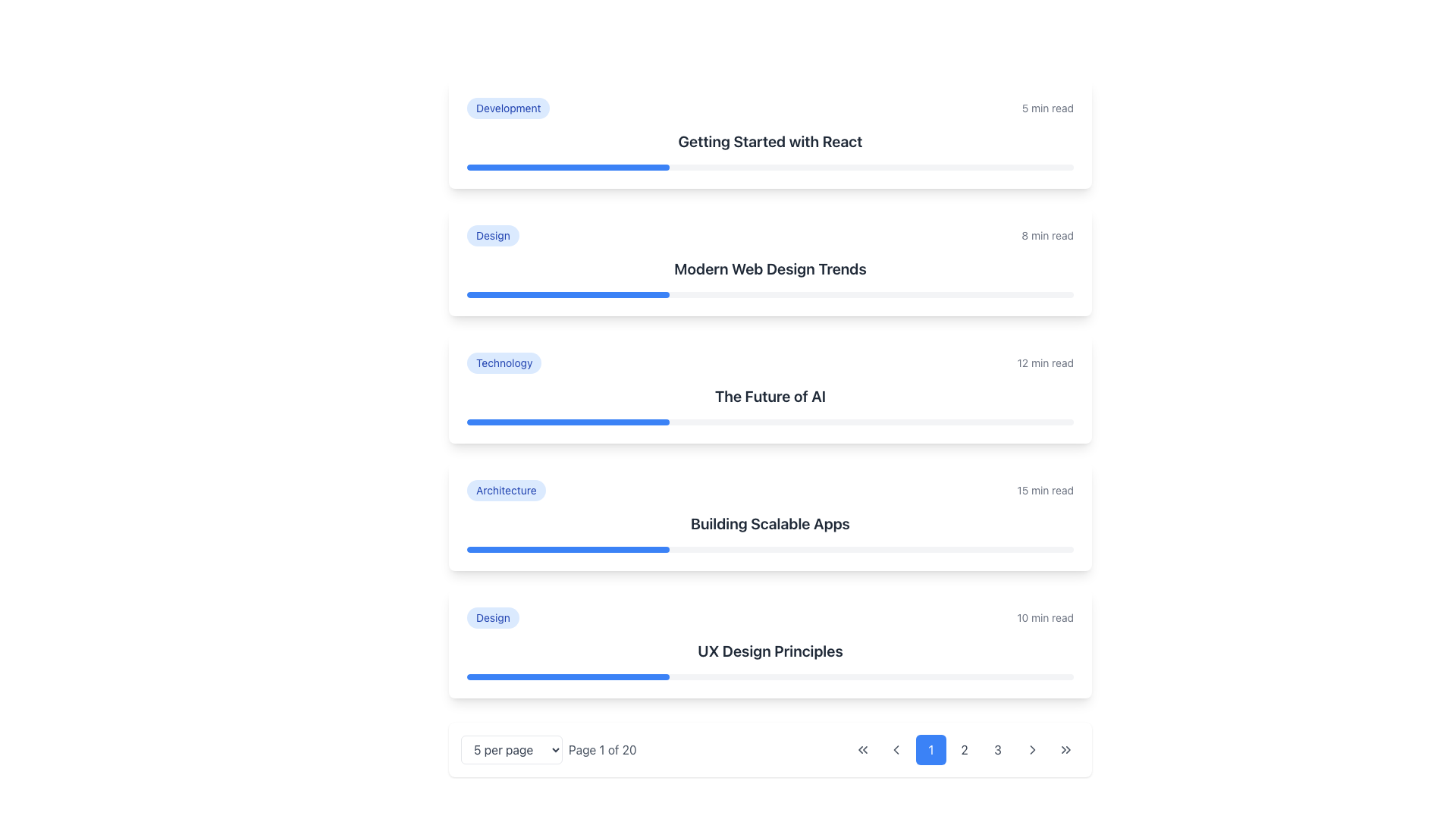 The image size is (1456, 819). Describe the element at coordinates (964, 748) in the screenshot. I see `the second pagination button located between the '1' and '3' buttons` at that location.